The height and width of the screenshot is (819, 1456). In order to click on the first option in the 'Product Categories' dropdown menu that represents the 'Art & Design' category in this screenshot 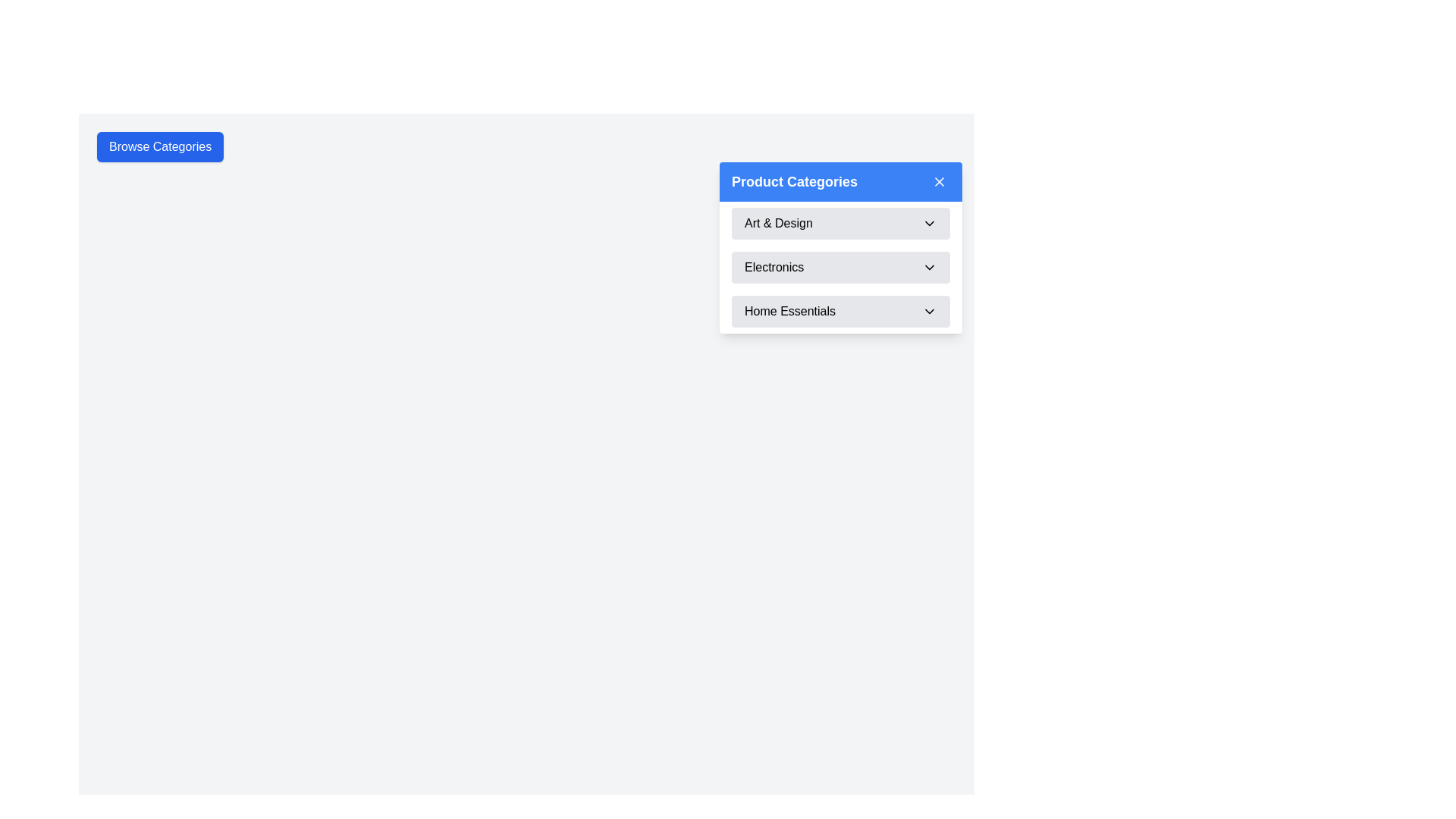, I will do `click(839, 223)`.